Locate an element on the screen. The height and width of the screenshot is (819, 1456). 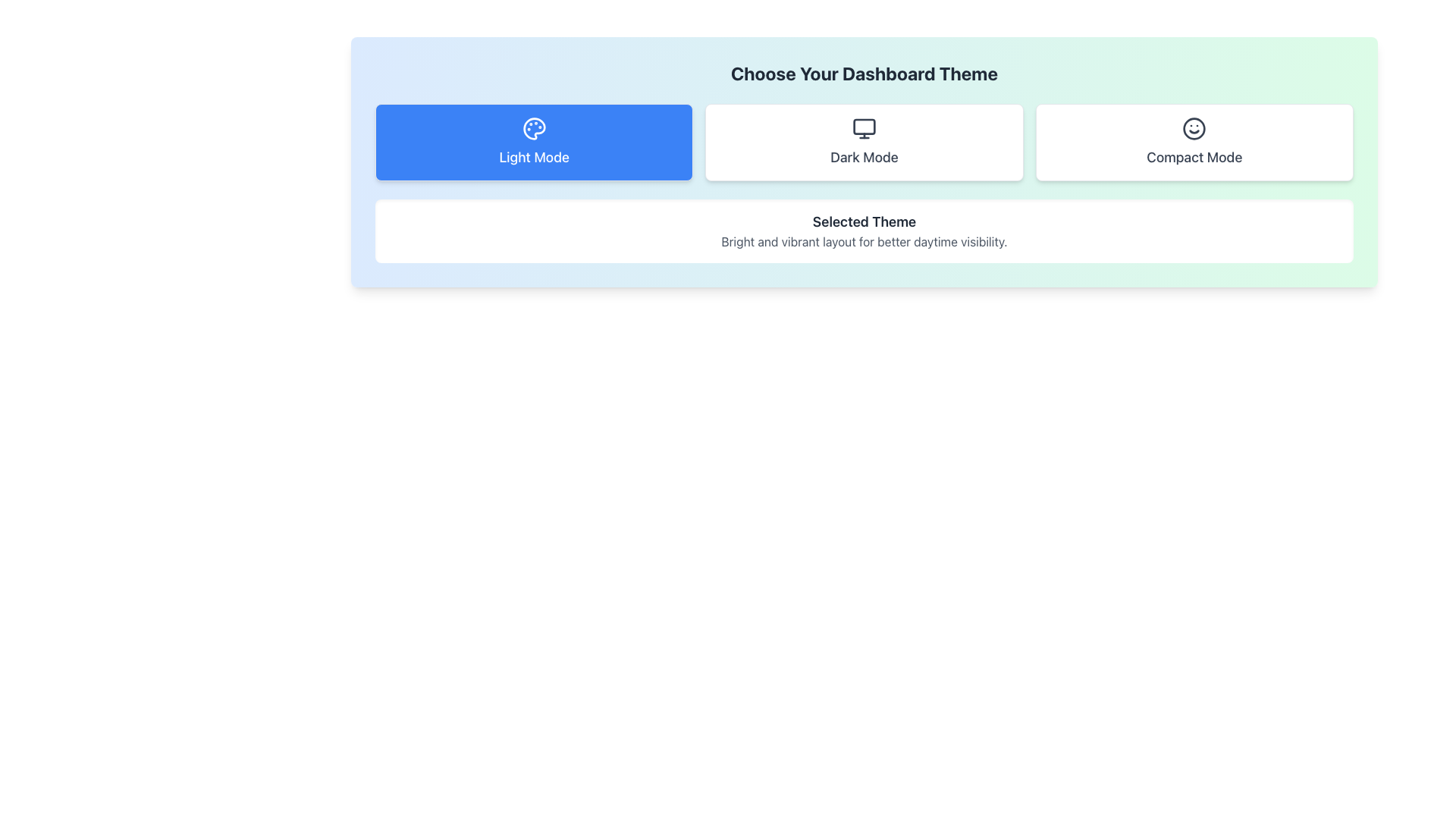
the SVG circle element that forms the outermost circular boundary of the smiley face icon located in the upper right section of the 'Compact Mode' selection option is located at coordinates (1194, 127).